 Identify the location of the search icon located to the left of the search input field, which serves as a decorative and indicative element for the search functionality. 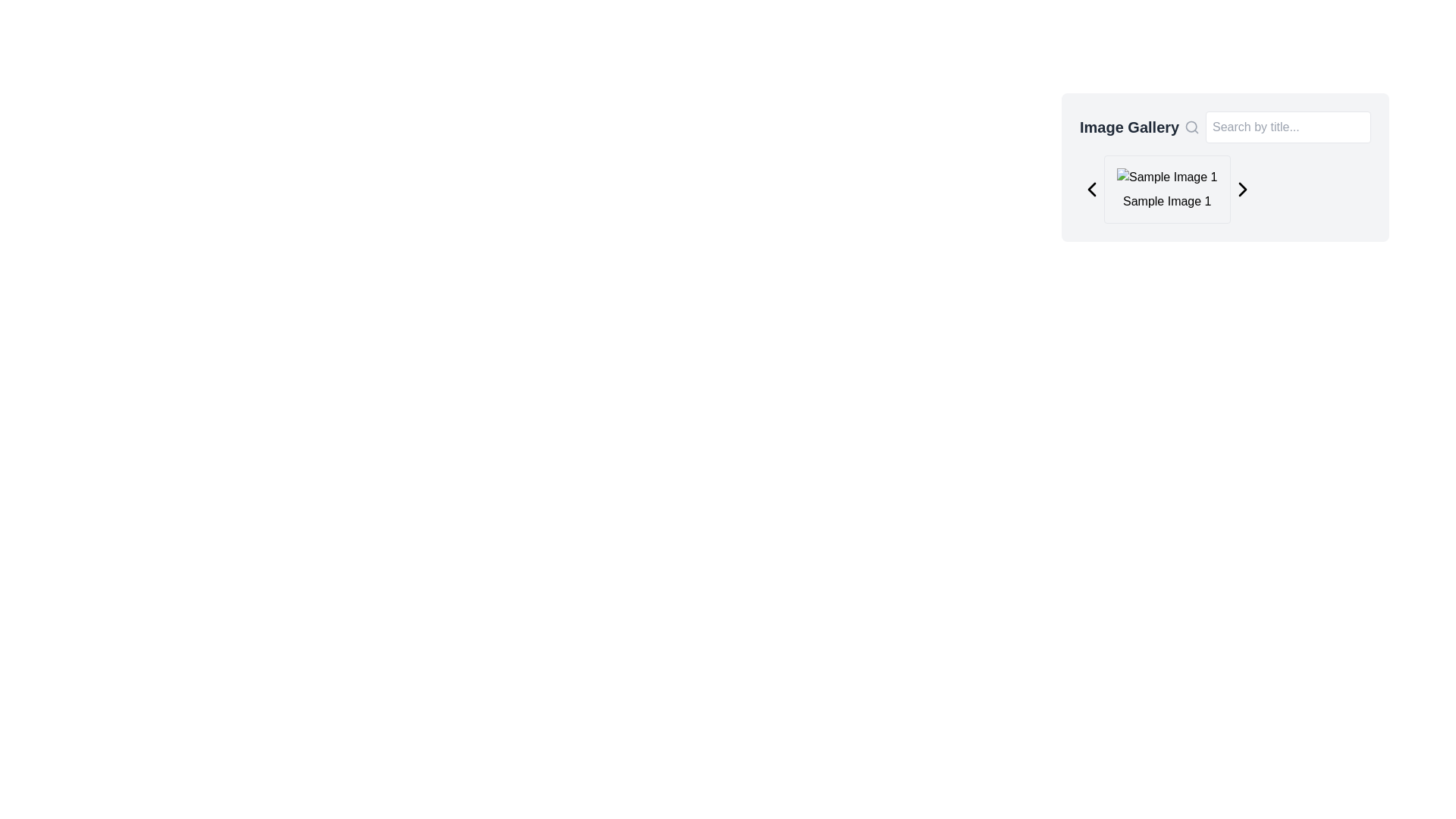
(1191, 127).